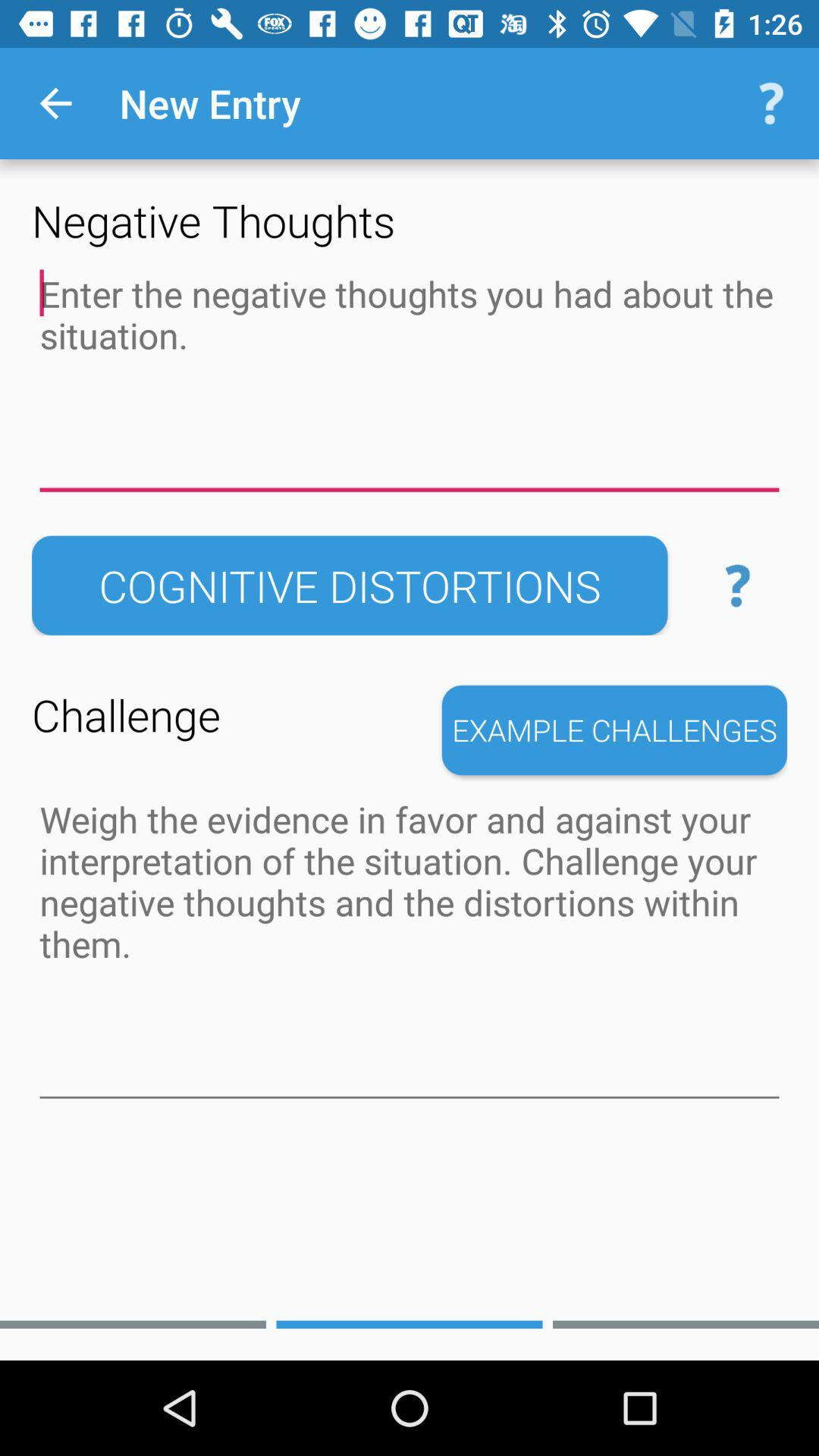  I want to click on the button next to the cognitive distortions button, so click(736, 585).